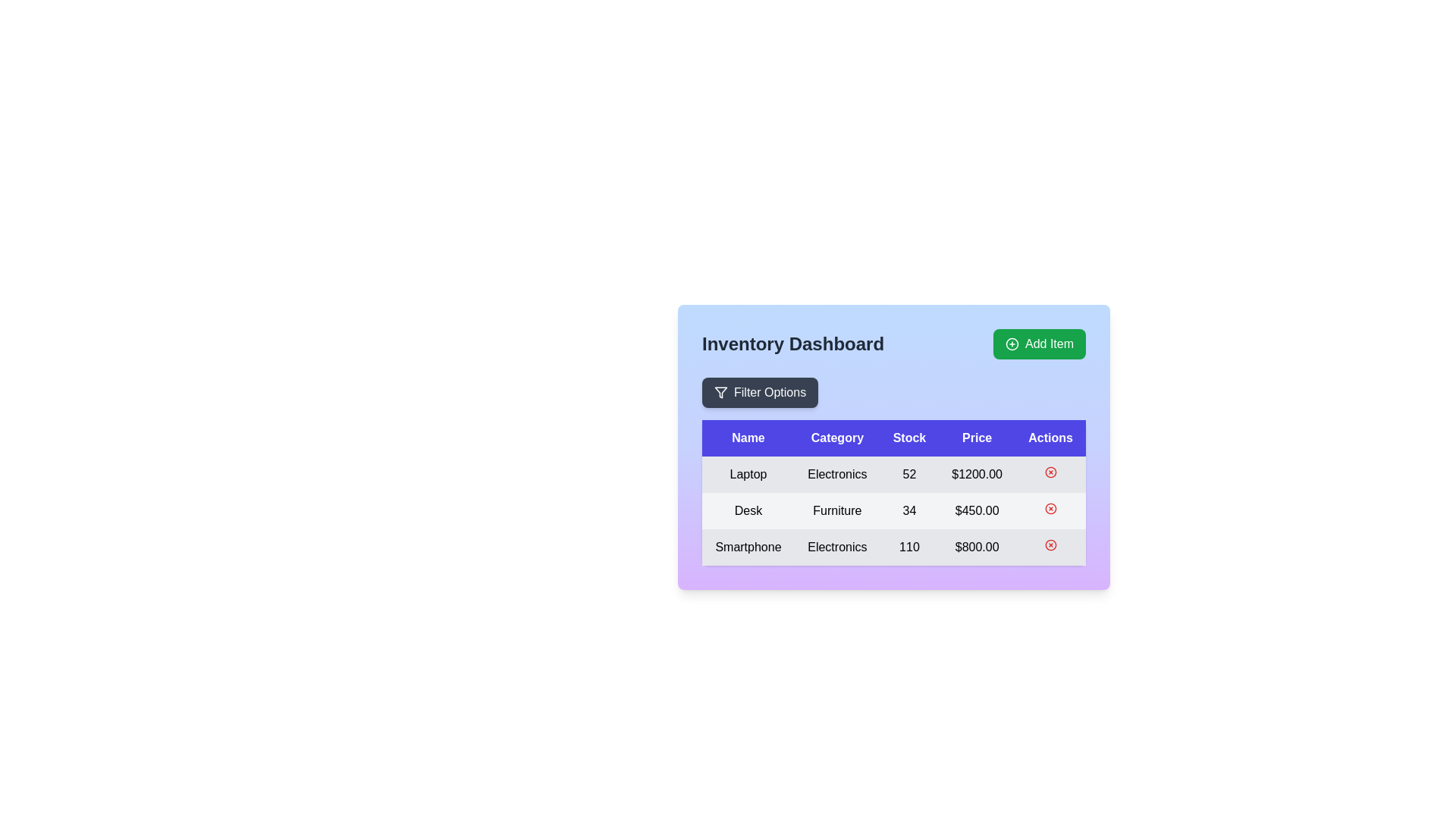 This screenshot has height=819, width=1456. I want to click on the table row displaying 'Desk' under the headers 'Name', 'Category', 'Stock', 'Price', and 'Actions', so click(894, 511).